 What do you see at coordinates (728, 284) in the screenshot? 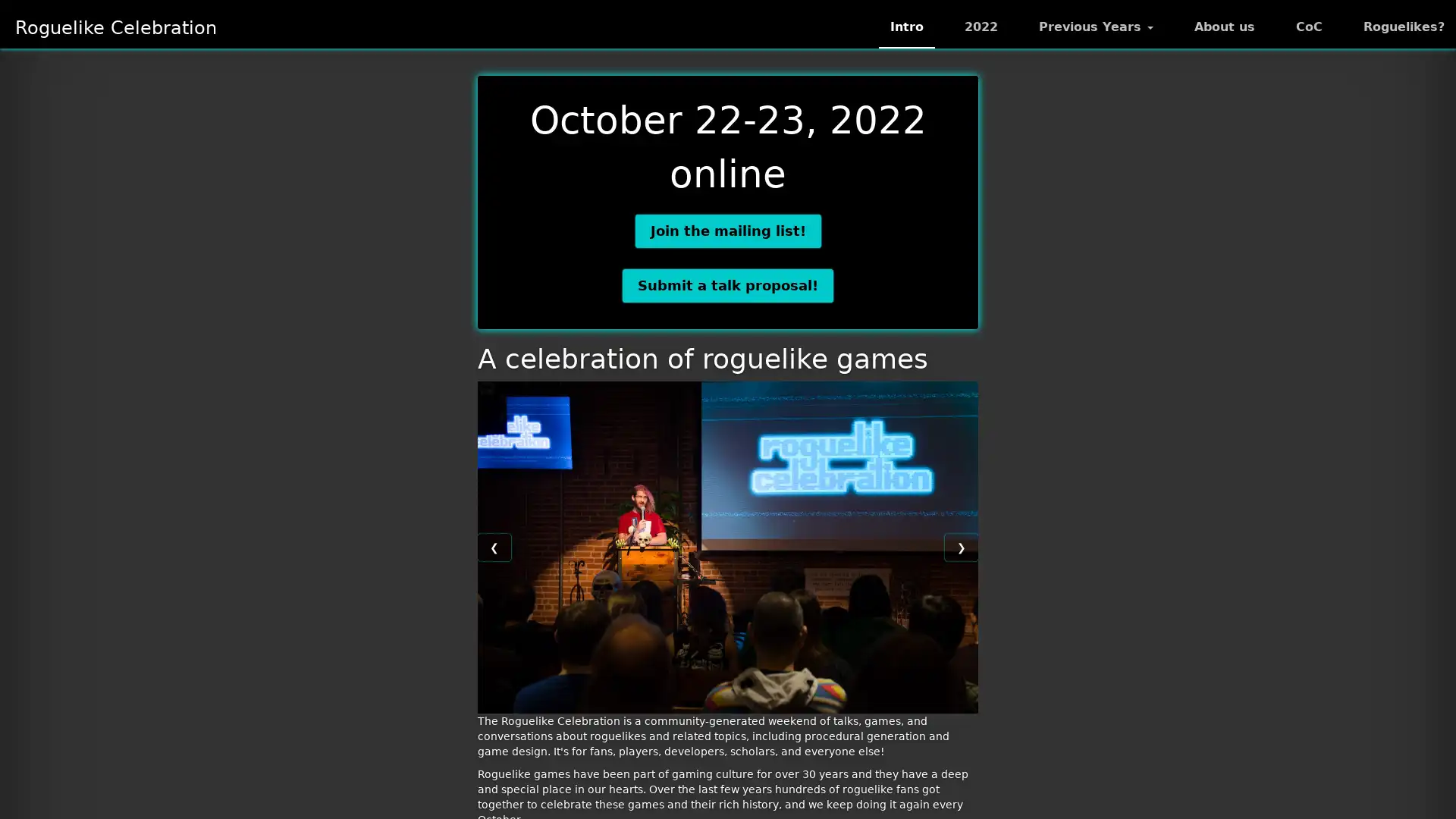
I see `Submit a talk proposal!` at bounding box center [728, 284].